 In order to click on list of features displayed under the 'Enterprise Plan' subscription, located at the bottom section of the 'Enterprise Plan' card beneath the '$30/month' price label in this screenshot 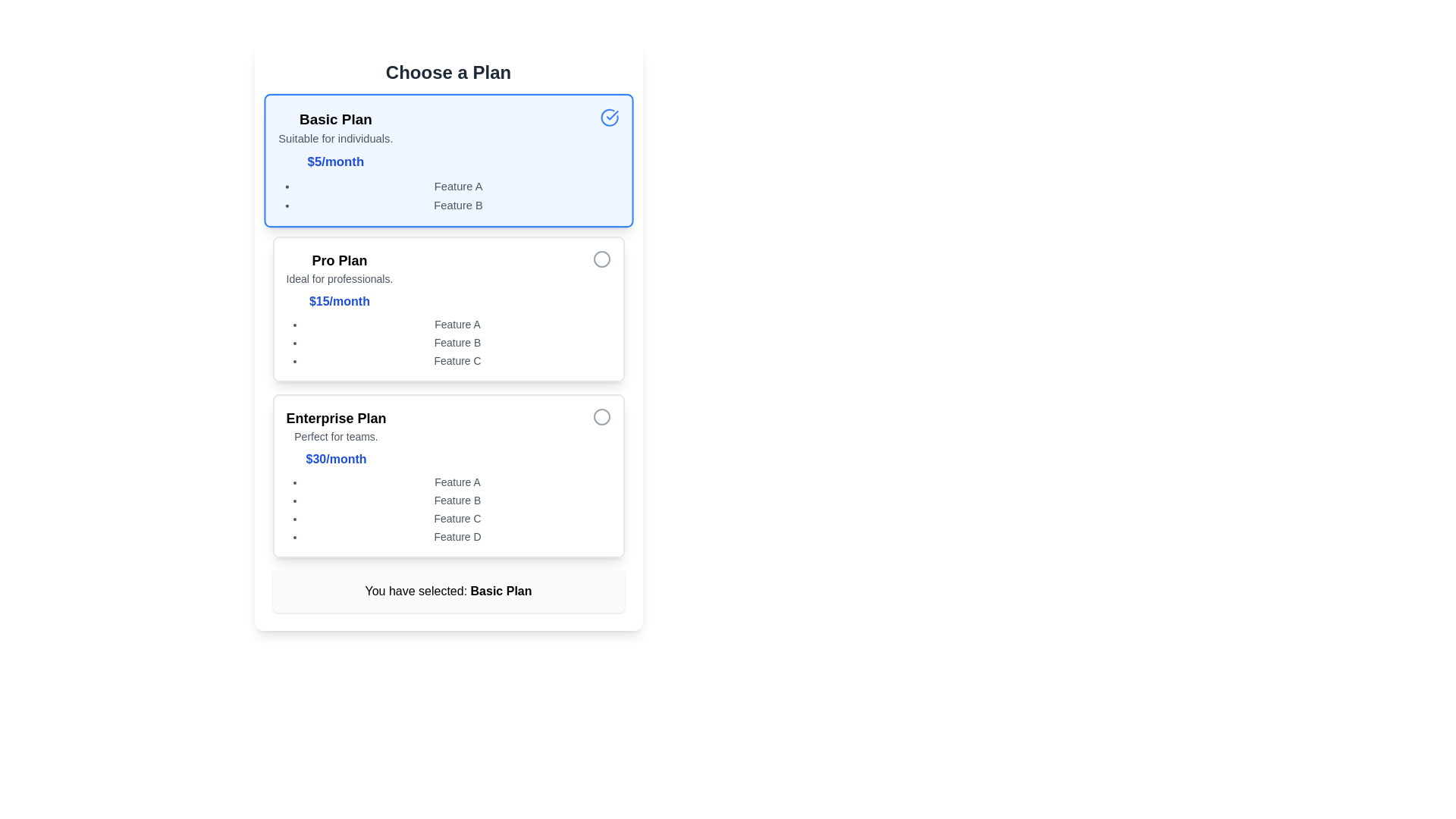, I will do `click(447, 509)`.